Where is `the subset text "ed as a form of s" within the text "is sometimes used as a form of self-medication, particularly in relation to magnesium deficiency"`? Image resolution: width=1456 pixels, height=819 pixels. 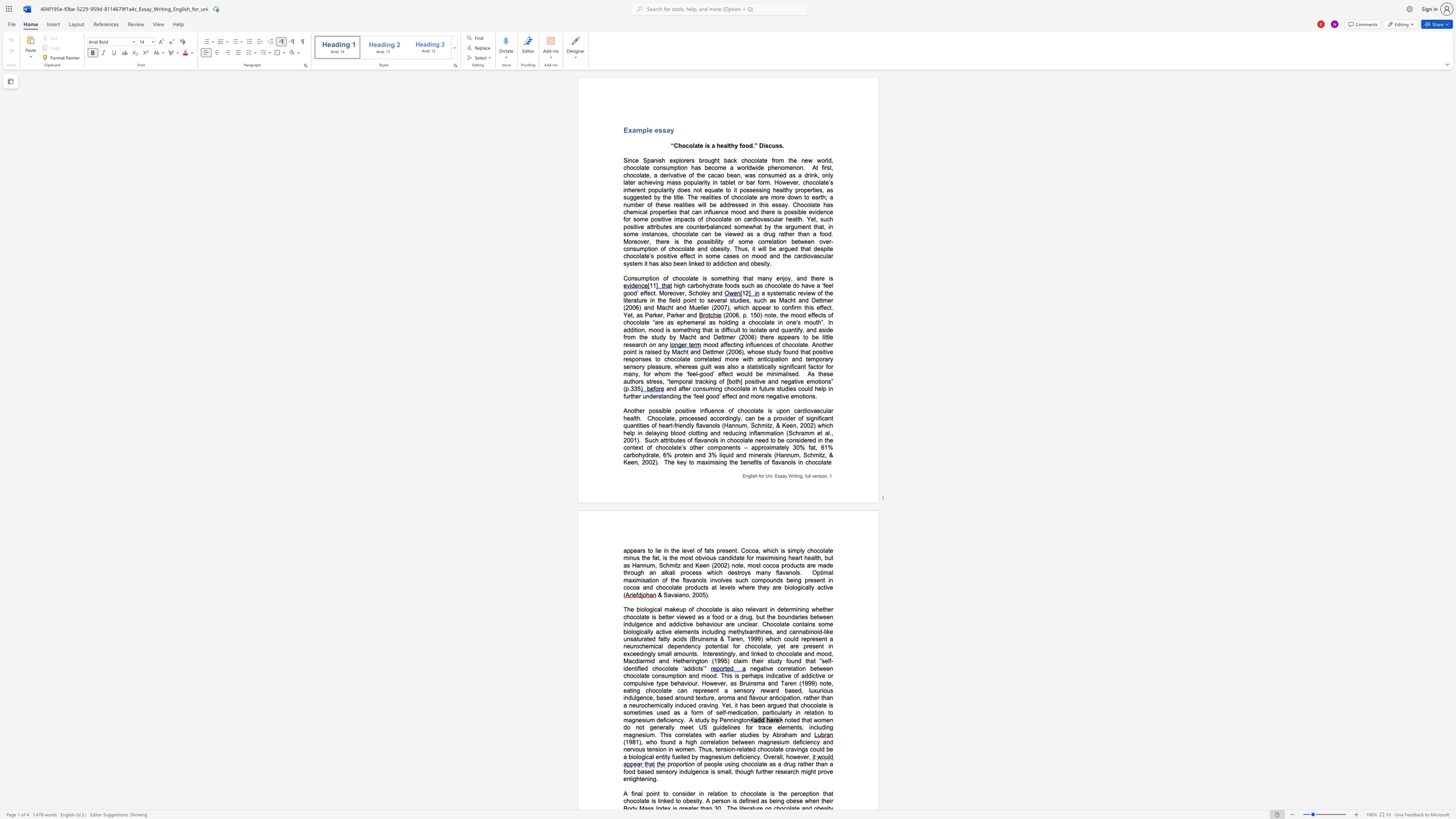
the subset text "ed as a form of s" within the text "is sometimes used as a form of self-medication, particularly in relation to magnesium deficiency" is located at coordinates (662, 712).